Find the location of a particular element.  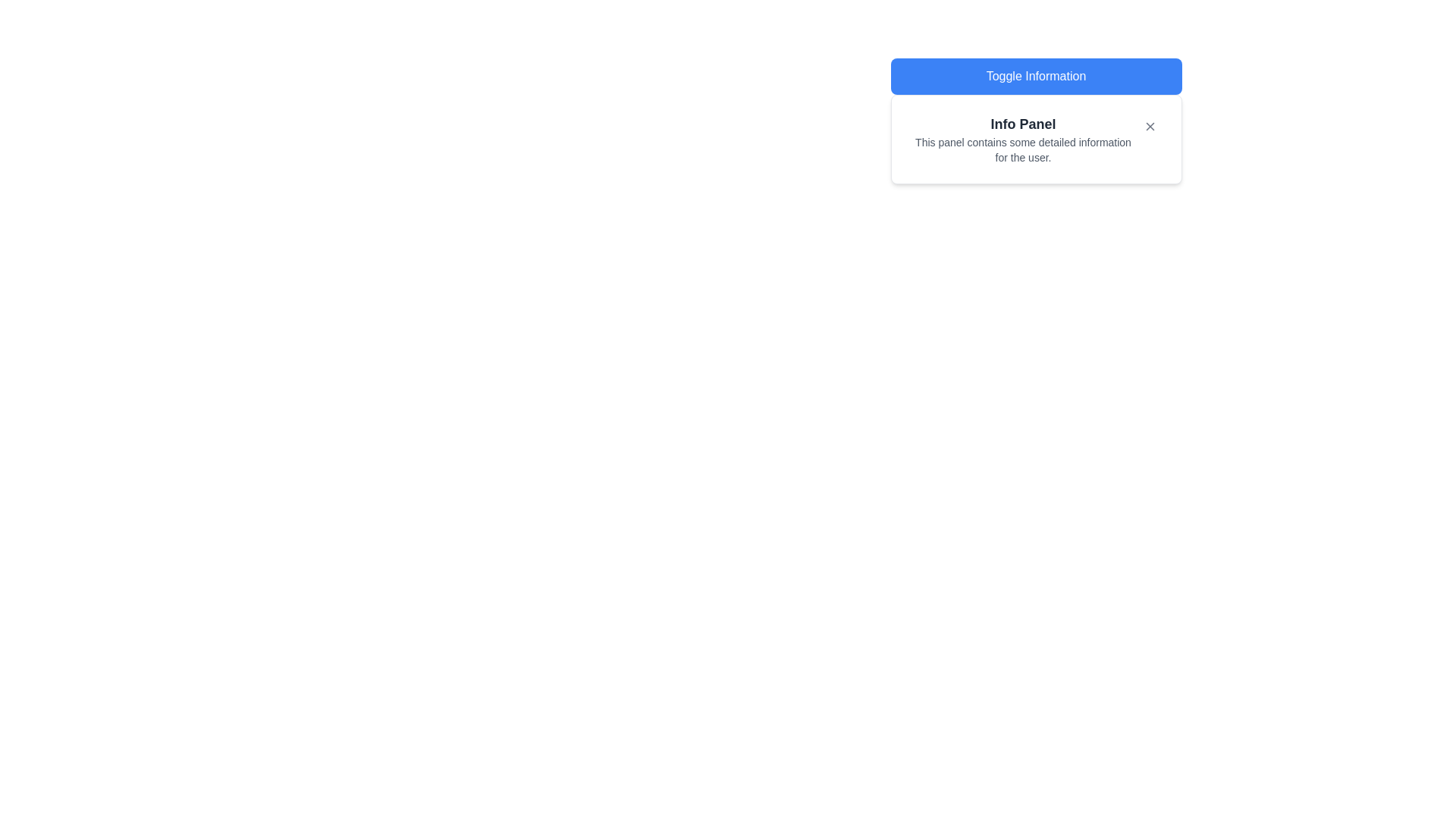

the 'Toggle Information' button with white text on a blue background to change its background color is located at coordinates (1035, 76).